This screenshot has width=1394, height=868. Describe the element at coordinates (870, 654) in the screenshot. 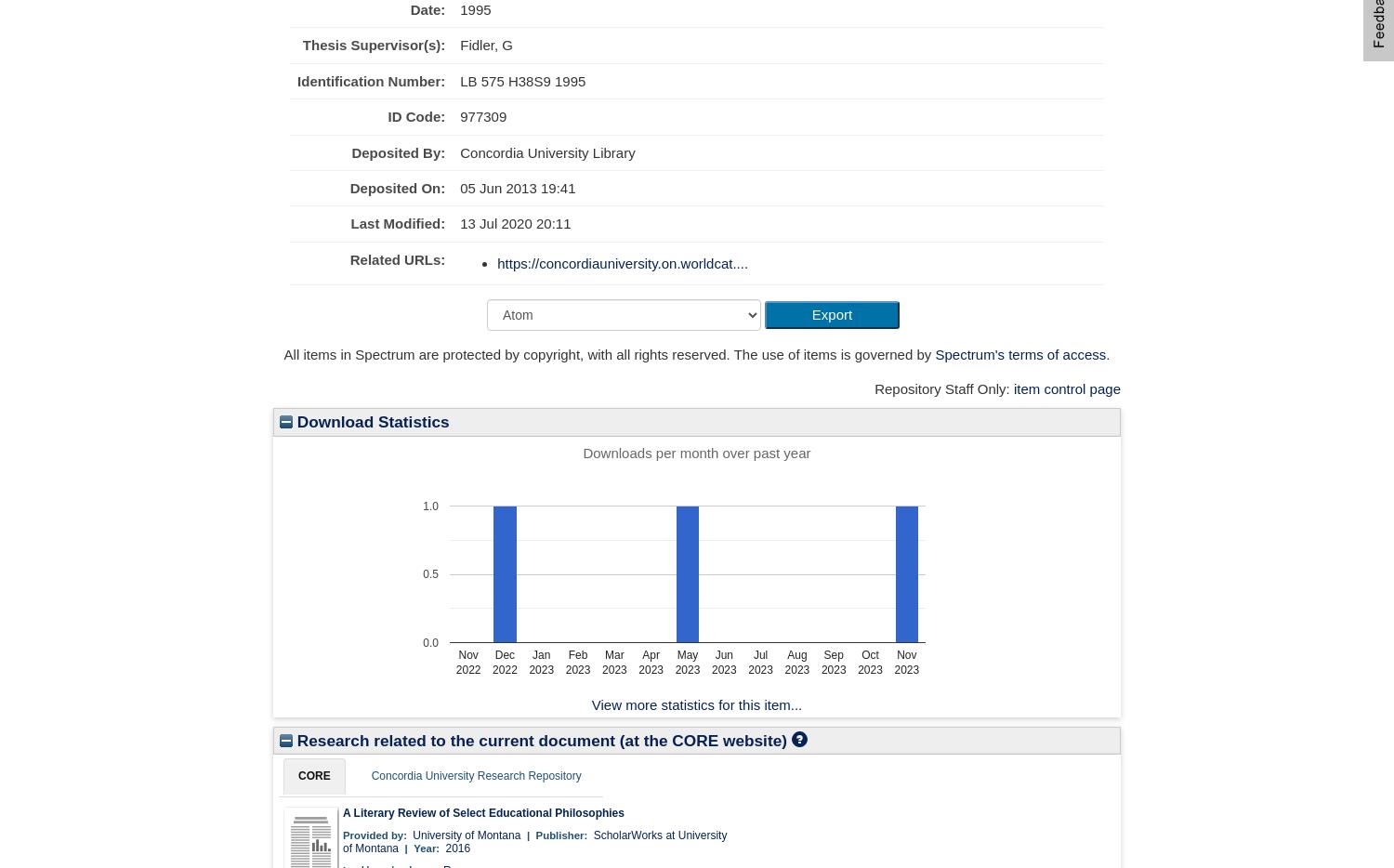

I see `'Oct'` at that location.